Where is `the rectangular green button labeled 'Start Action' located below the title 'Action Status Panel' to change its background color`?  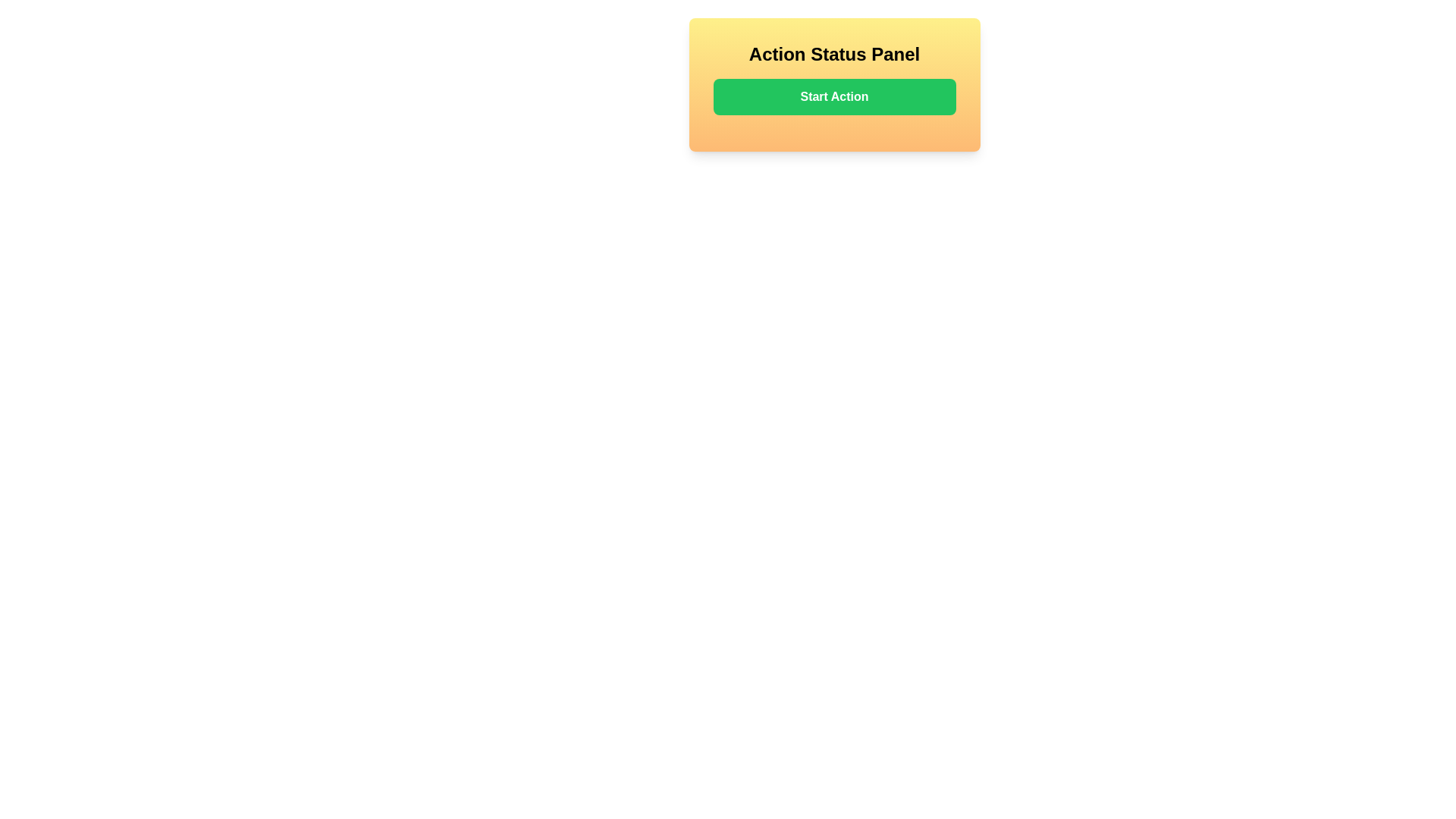 the rectangular green button labeled 'Start Action' located below the title 'Action Status Panel' to change its background color is located at coordinates (833, 96).